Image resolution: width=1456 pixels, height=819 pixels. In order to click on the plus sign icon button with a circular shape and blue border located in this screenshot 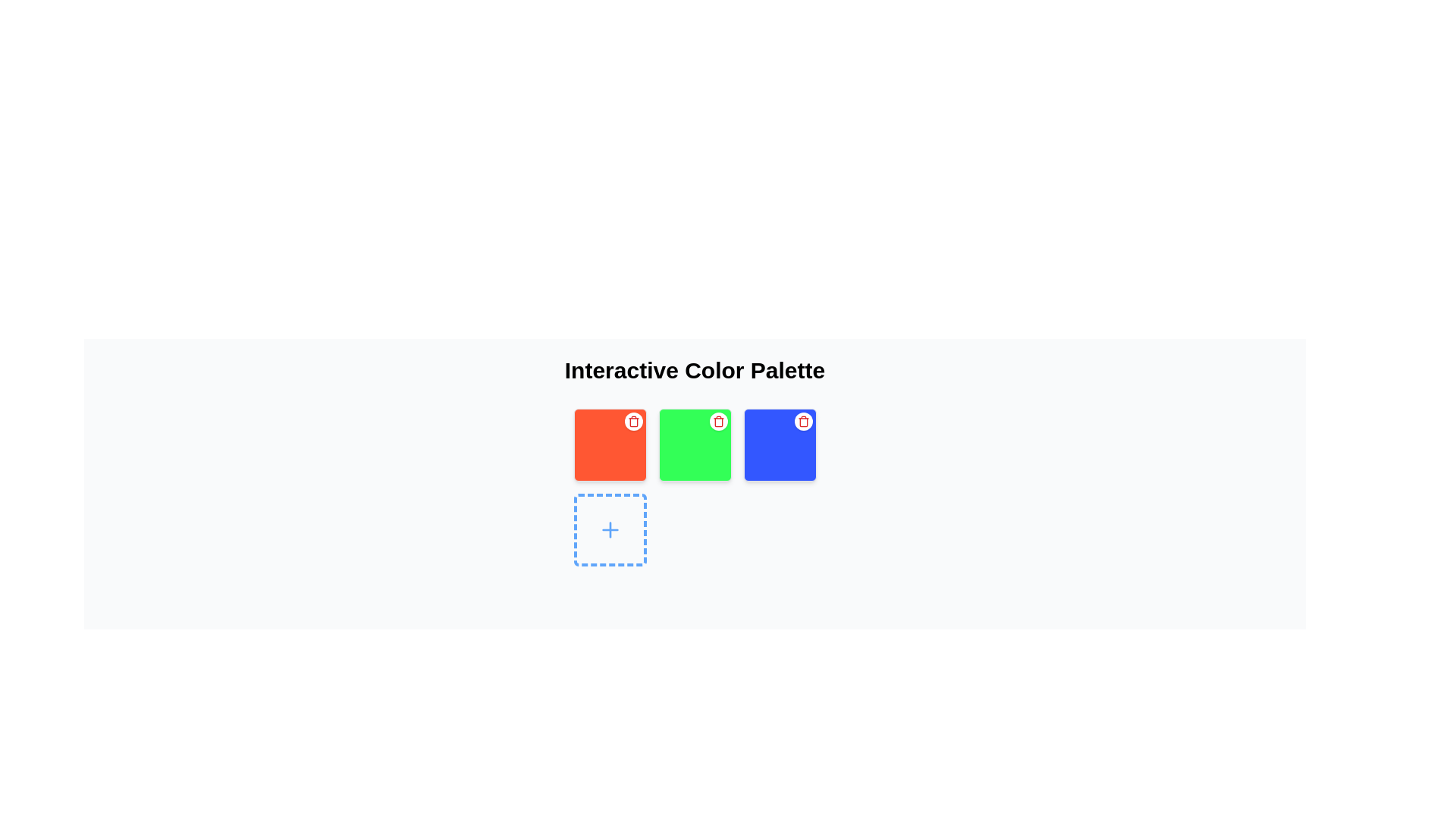, I will do `click(610, 529)`.